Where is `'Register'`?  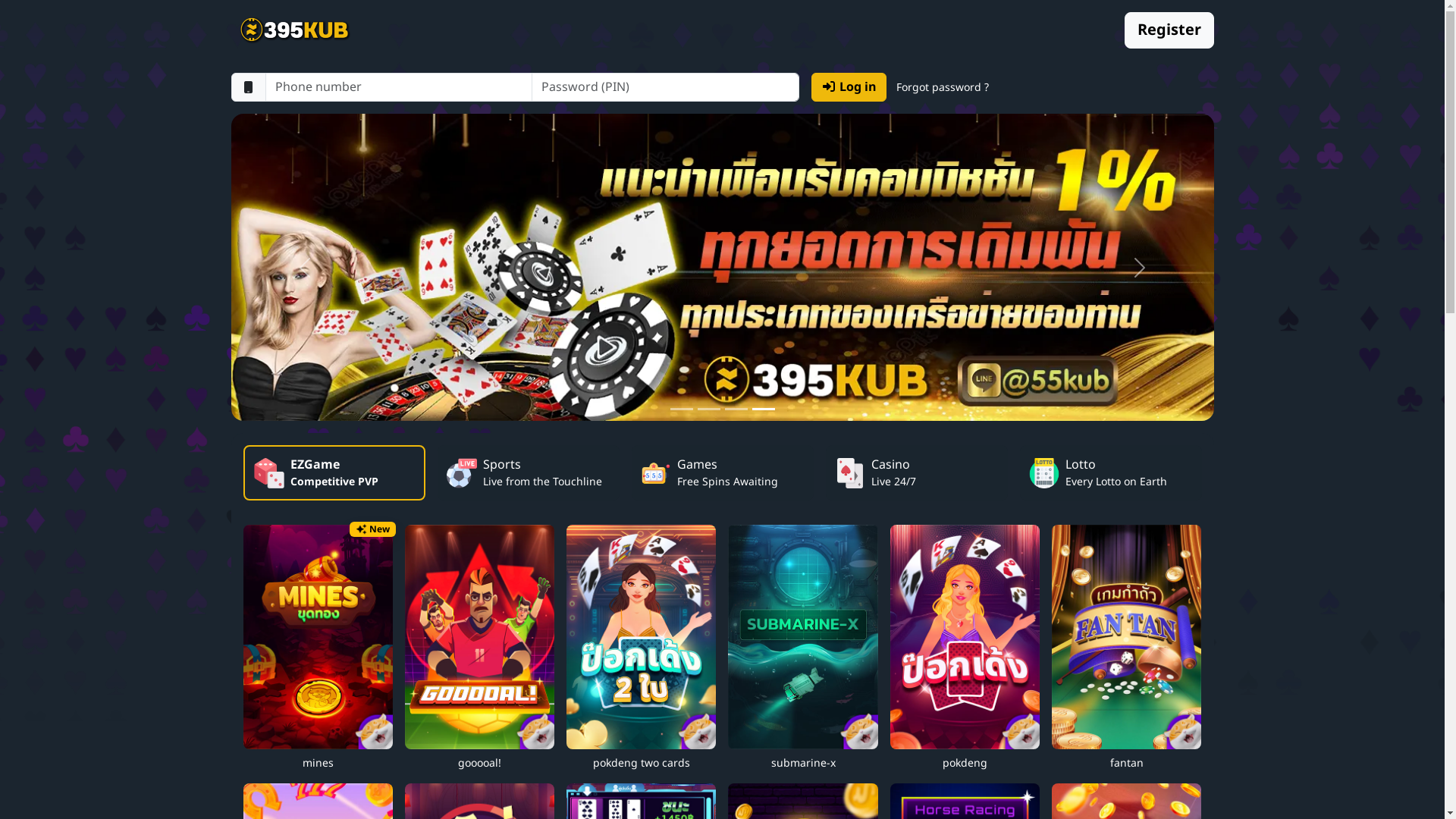 'Register' is located at coordinates (1167, 30).